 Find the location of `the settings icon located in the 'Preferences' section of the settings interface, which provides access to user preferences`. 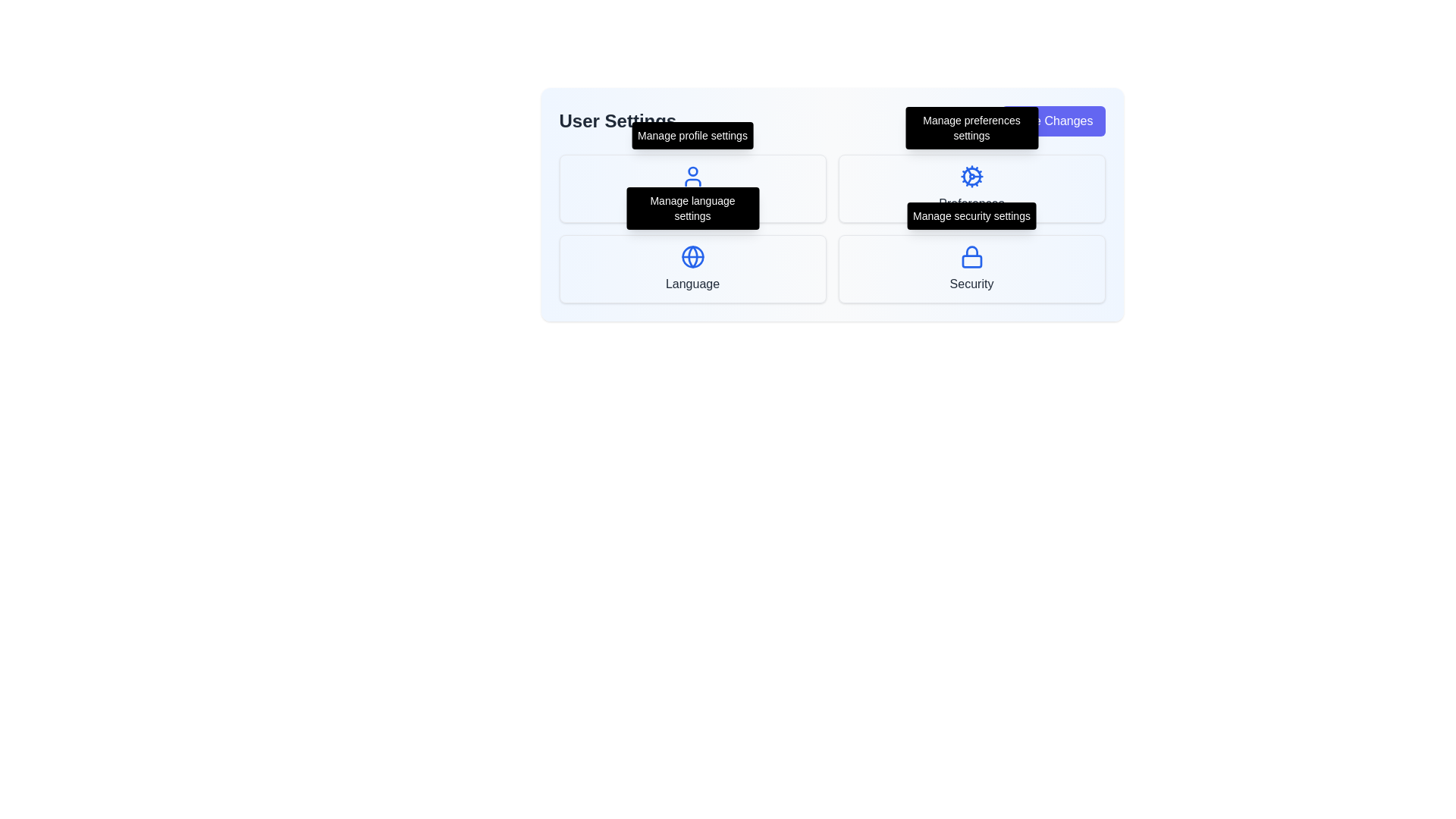

the settings icon located in the 'Preferences' section of the settings interface, which provides access to user preferences is located at coordinates (971, 175).